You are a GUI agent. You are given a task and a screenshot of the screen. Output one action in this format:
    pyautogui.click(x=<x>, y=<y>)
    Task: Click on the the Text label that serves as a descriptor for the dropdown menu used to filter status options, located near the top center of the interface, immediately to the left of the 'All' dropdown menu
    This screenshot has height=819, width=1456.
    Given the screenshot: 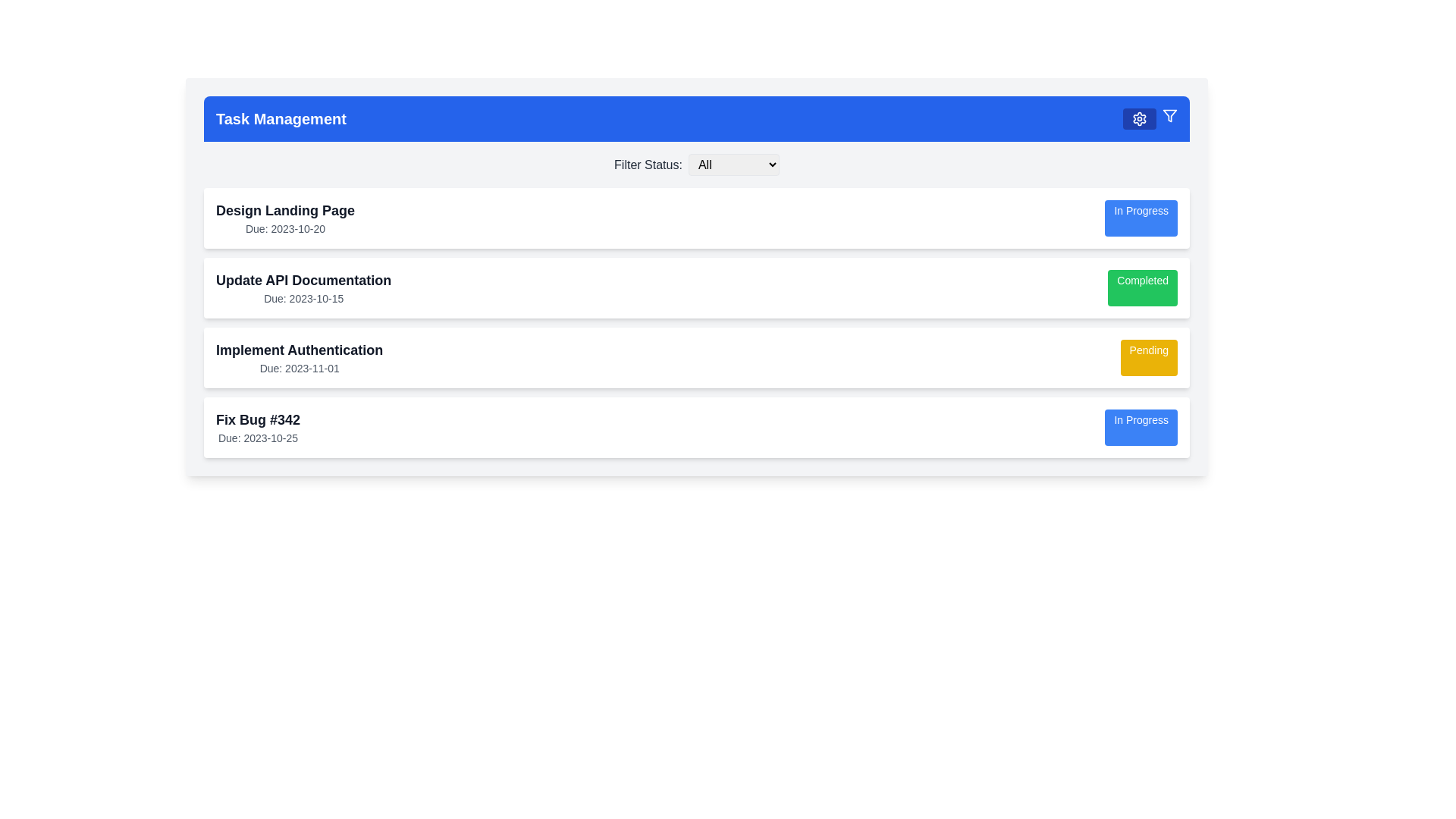 What is the action you would take?
    pyautogui.click(x=648, y=165)
    